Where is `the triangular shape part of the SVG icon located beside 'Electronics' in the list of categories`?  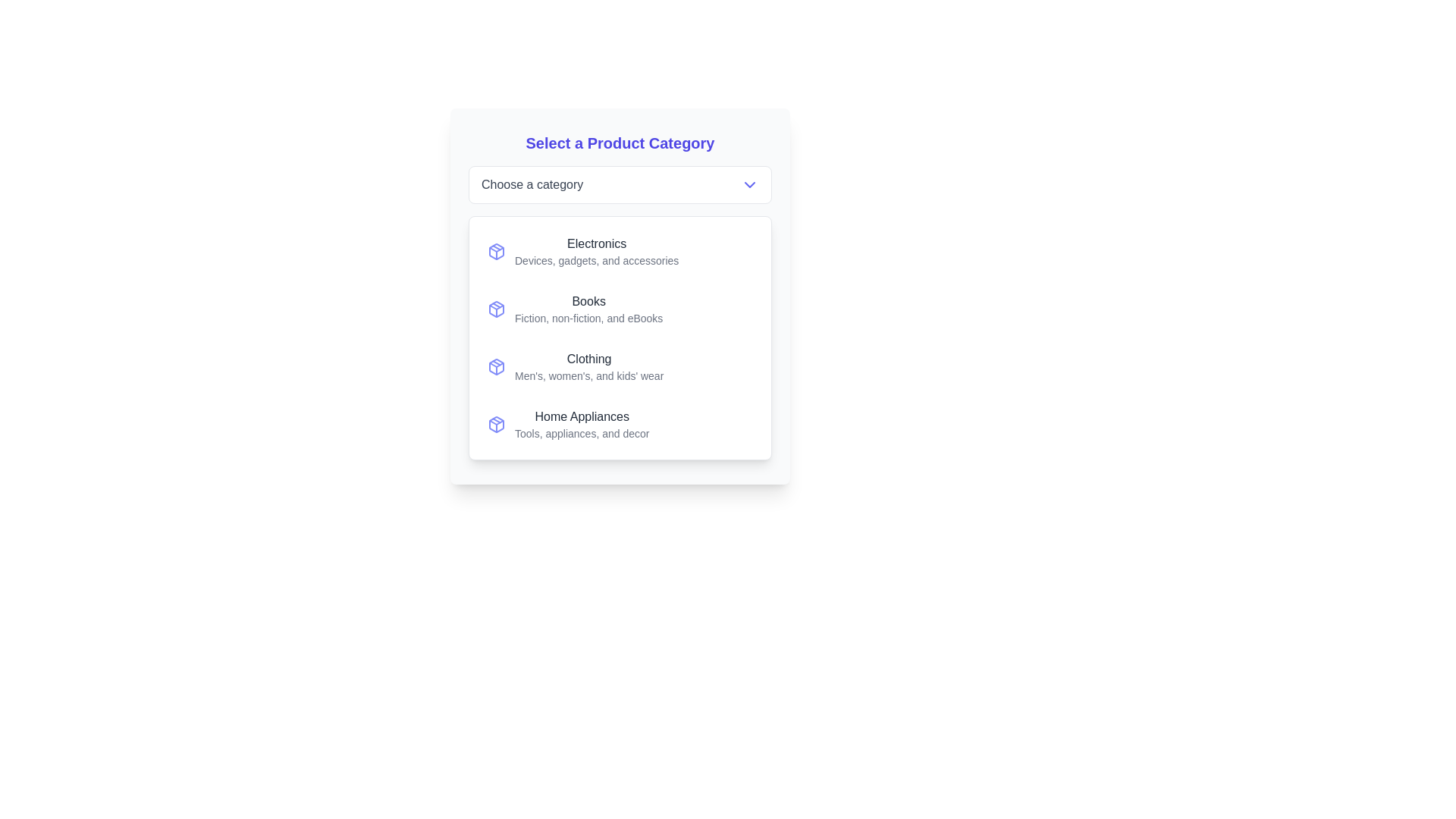
the triangular shape part of the SVG icon located beside 'Electronics' in the list of categories is located at coordinates (496, 249).